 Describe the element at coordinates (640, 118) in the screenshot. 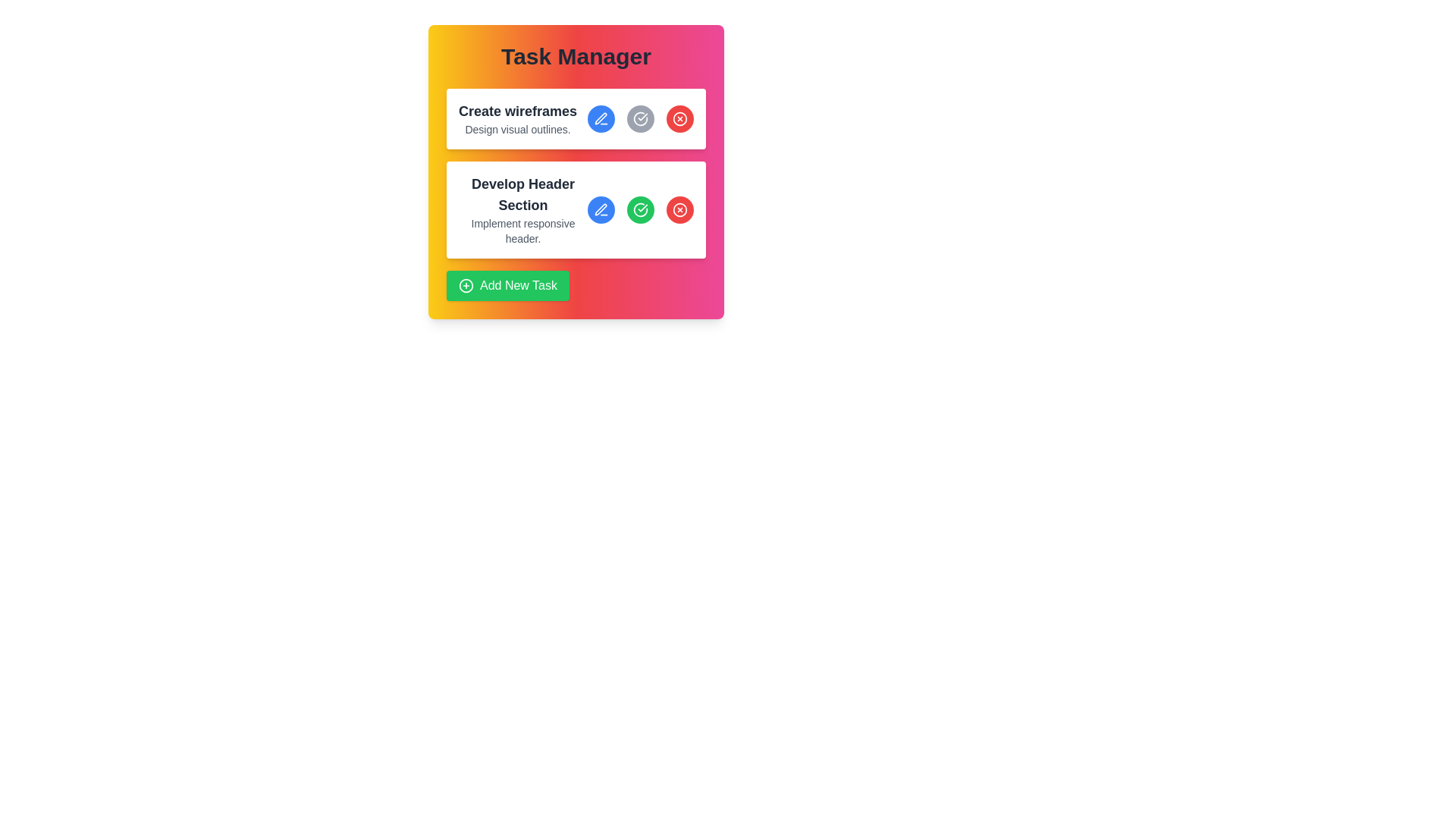

I see `the button used to mark or approve the task 'Create wireframes' as completed, located in the rightmost position of a group of three buttons` at that location.